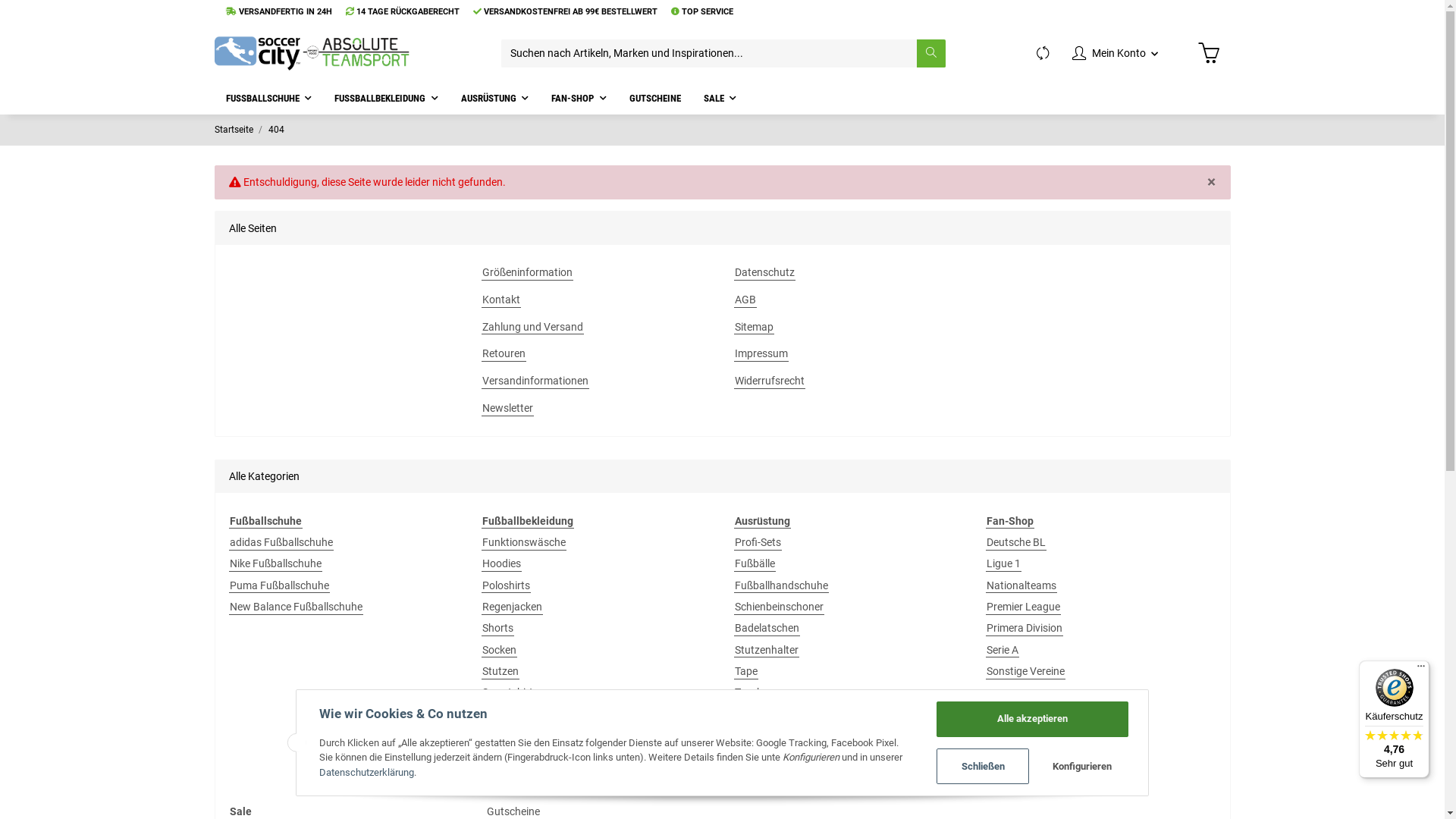 The image size is (1456, 819). I want to click on 'Tape', so click(745, 670).